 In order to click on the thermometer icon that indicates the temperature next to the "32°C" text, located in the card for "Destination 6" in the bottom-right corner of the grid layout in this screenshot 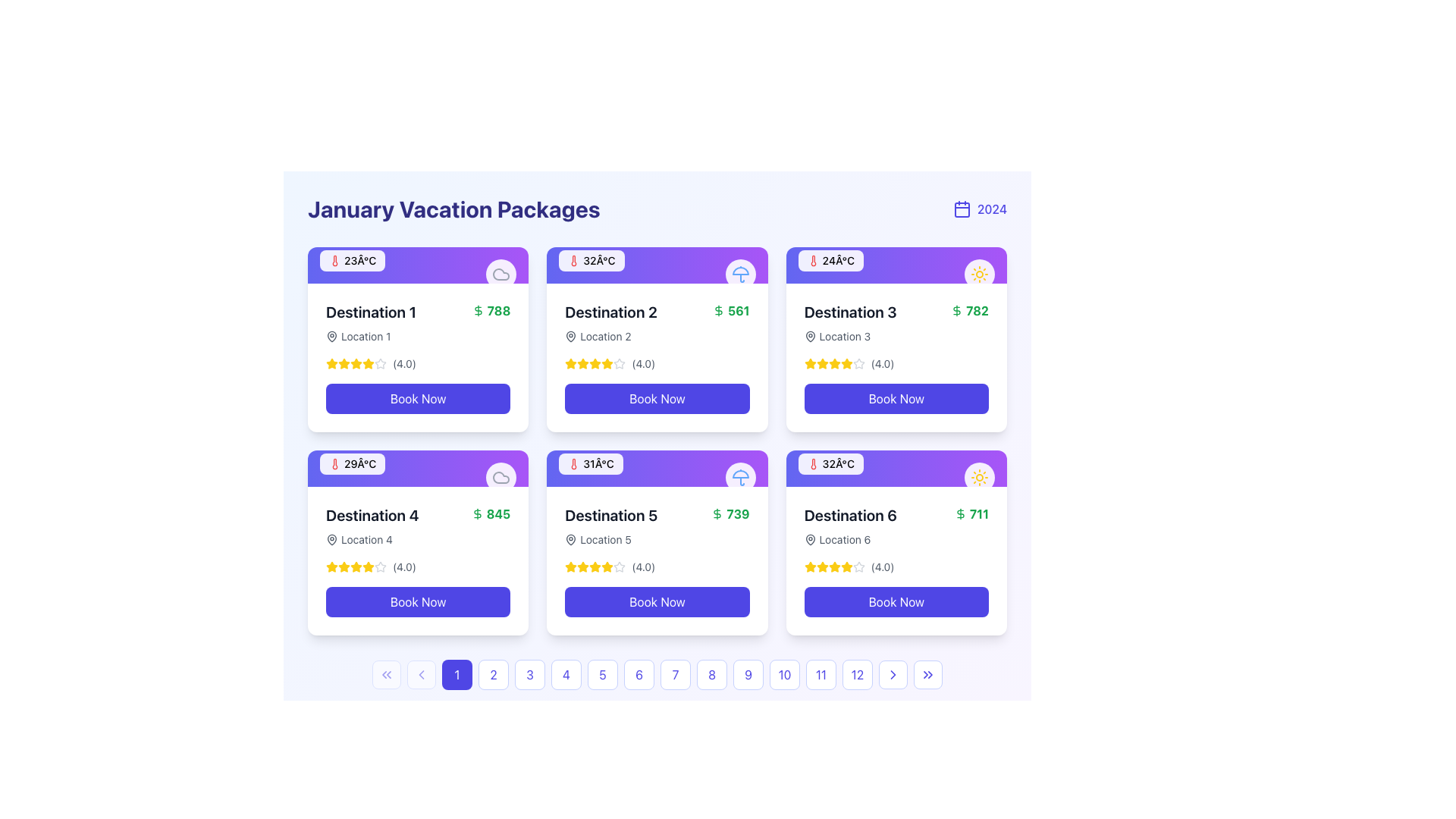, I will do `click(812, 463)`.